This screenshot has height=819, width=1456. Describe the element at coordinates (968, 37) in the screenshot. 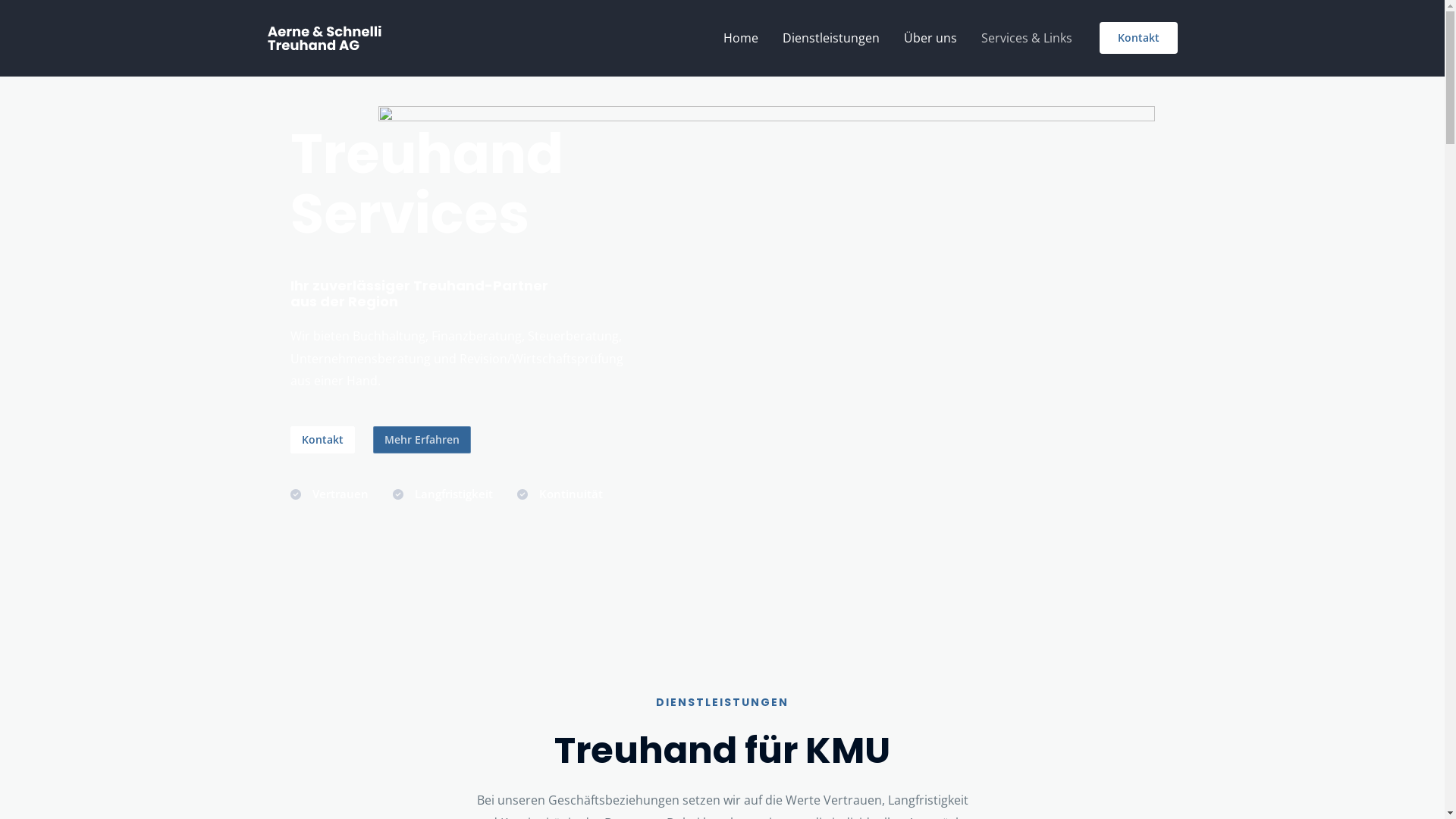

I see `'Services & Links'` at that location.